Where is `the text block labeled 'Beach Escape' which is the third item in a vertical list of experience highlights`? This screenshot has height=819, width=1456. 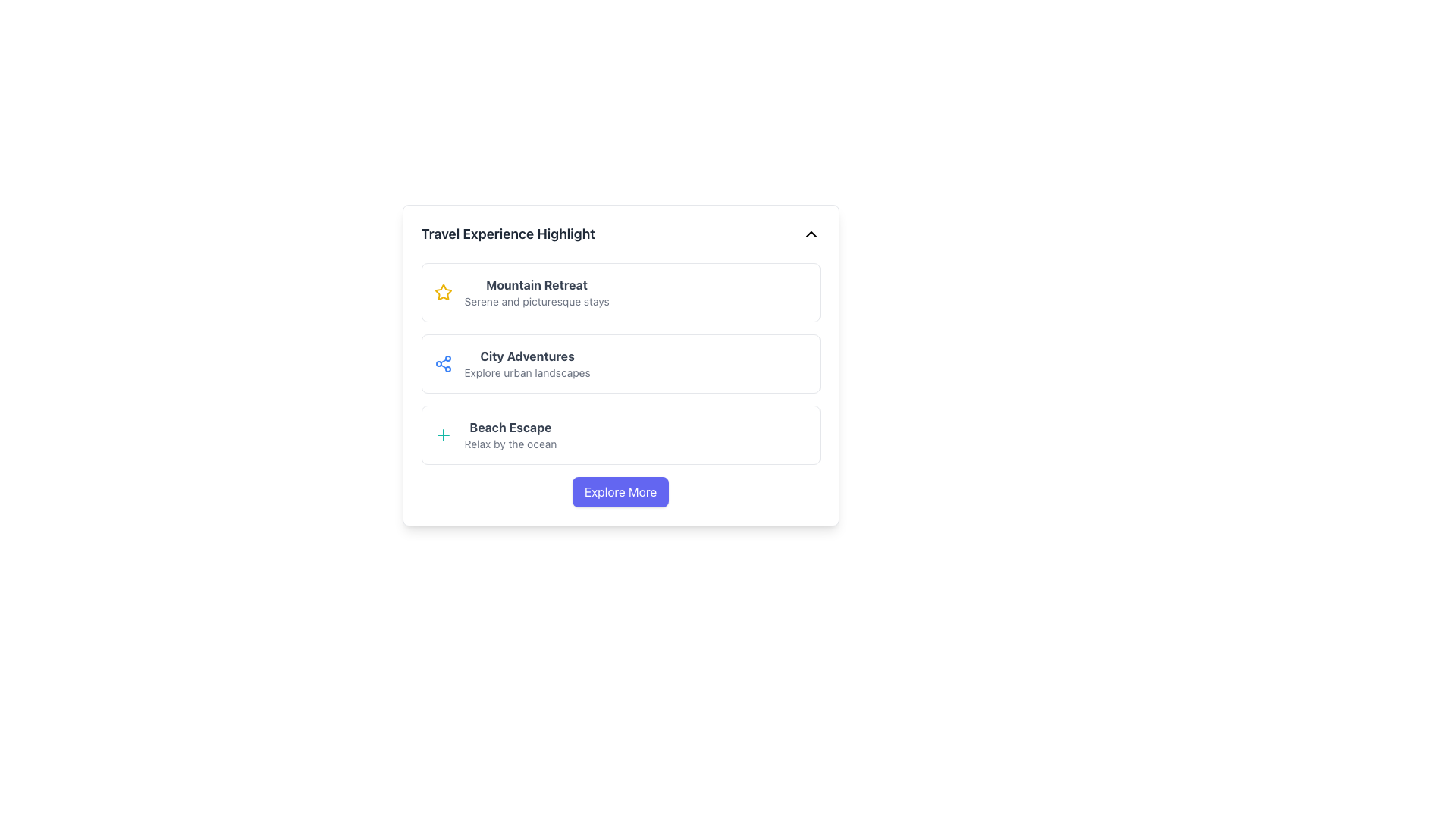 the text block labeled 'Beach Escape' which is the third item in a vertical list of experience highlights is located at coordinates (510, 435).